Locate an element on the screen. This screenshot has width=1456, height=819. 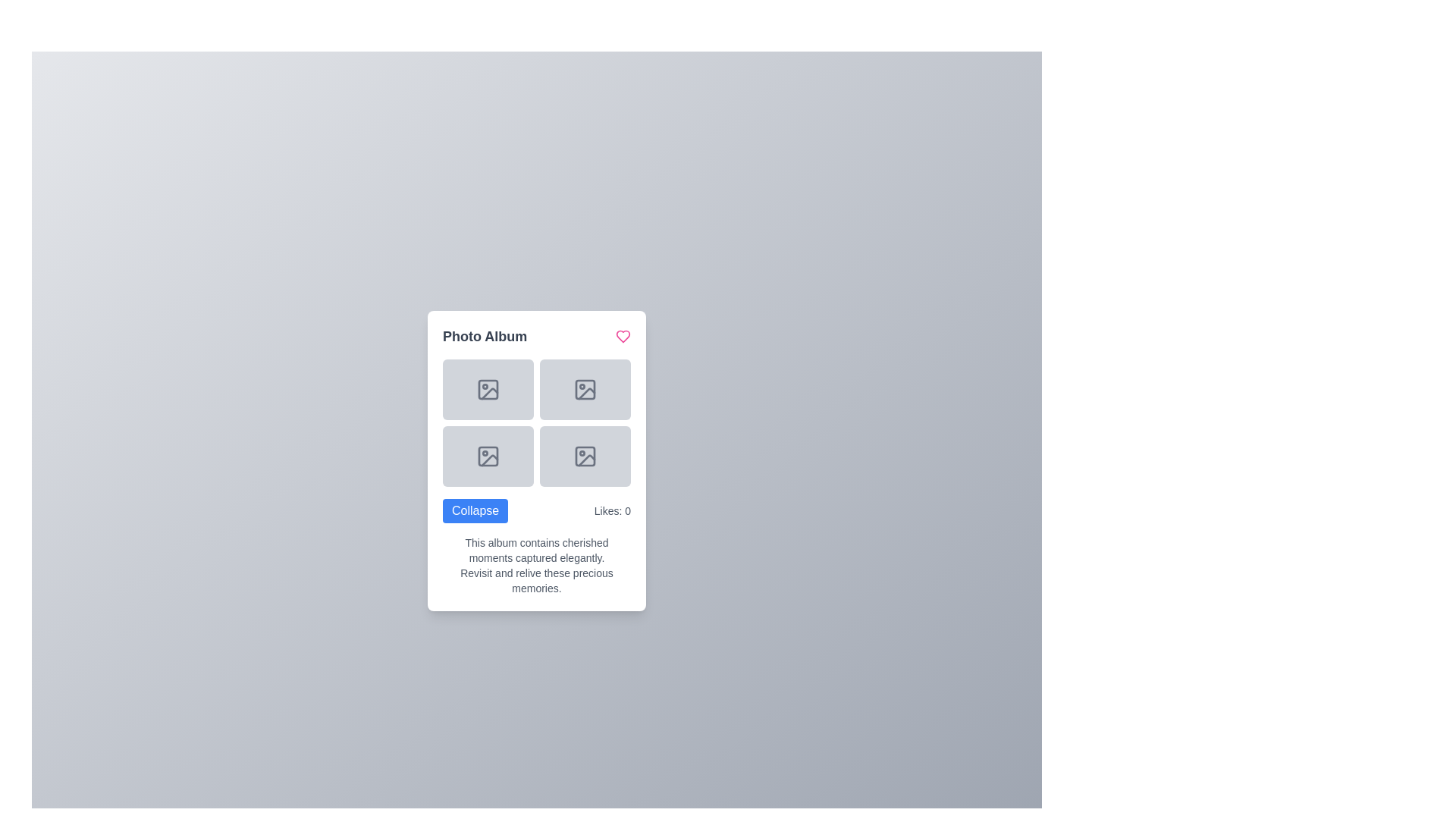
the heart-shaped SVG icon is located at coordinates (623, 335).